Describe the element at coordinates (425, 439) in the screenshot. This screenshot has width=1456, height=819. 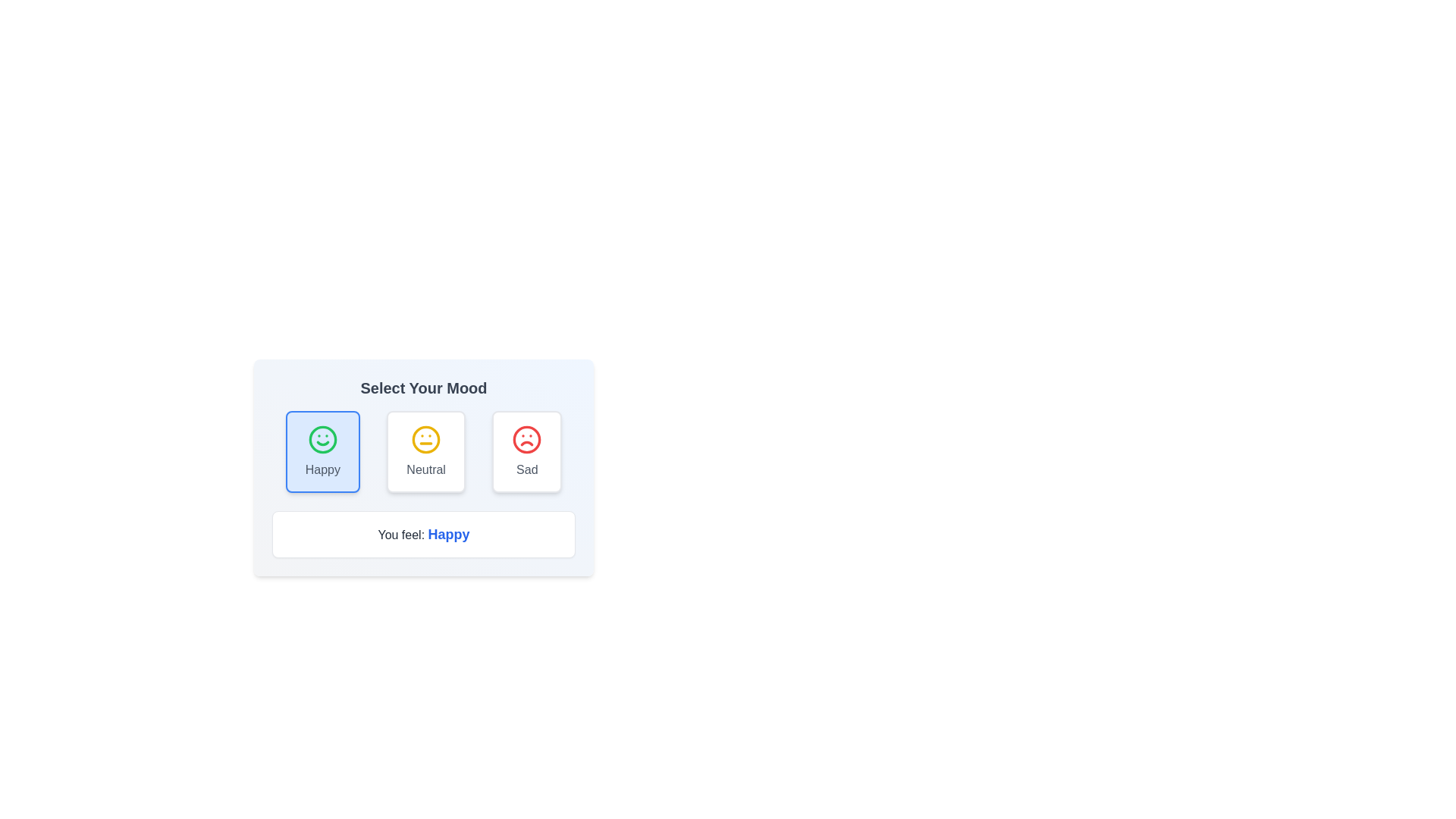
I see `the circular element with a yellow outline, which is the outer boundary of the neutral face emoji located at the center of the 'Neutral' mood selection button` at that location.